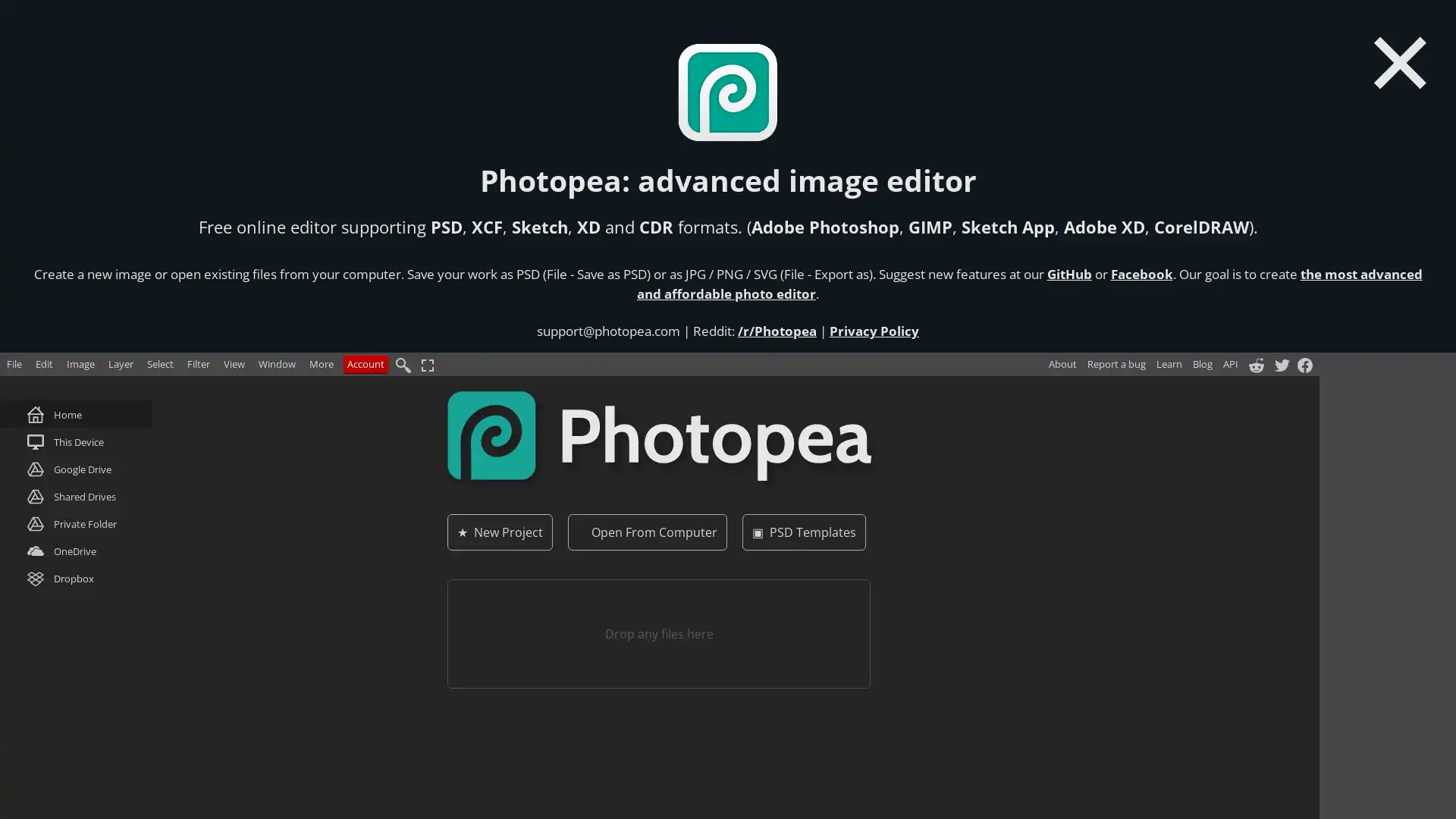 The width and height of the screenshot is (1456, 819). What do you see at coordinates (1230, 11) in the screenshot?
I see `API` at bounding box center [1230, 11].